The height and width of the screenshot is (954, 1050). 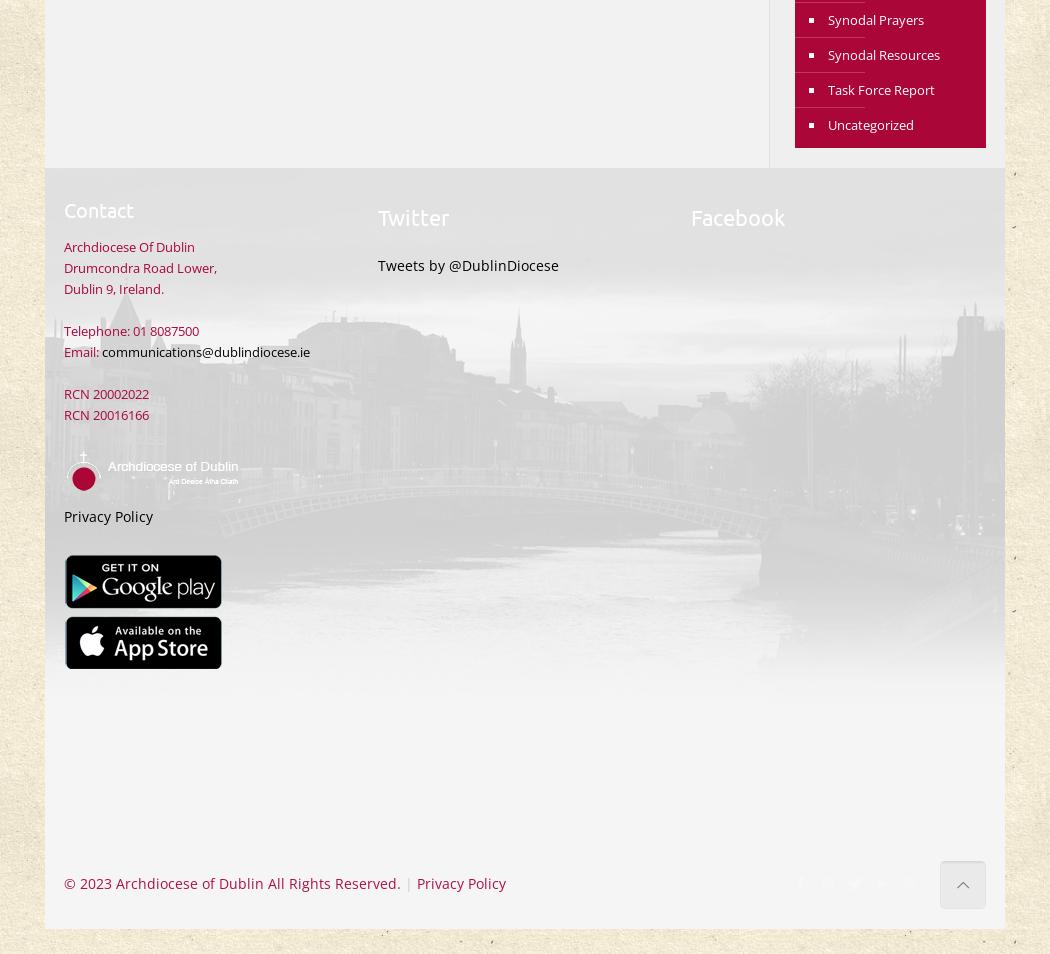 What do you see at coordinates (130, 331) in the screenshot?
I see `'Telephone: 01 8087500'` at bounding box center [130, 331].